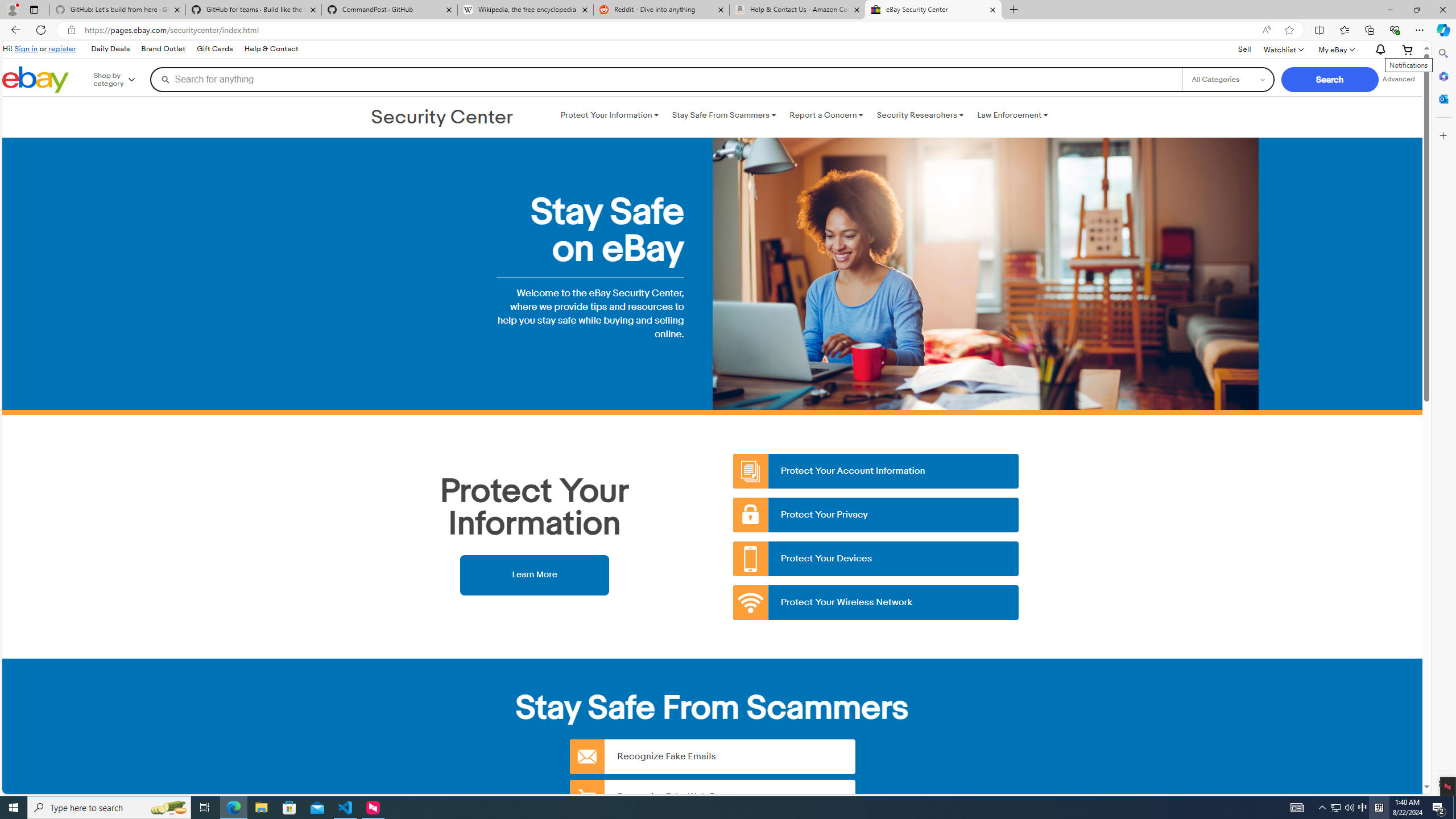 This screenshot has width=1456, height=819. Describe the element at coordinates (712, 797) in the screenshot. I see `'Recognize Fake Web Pages'` at that location.